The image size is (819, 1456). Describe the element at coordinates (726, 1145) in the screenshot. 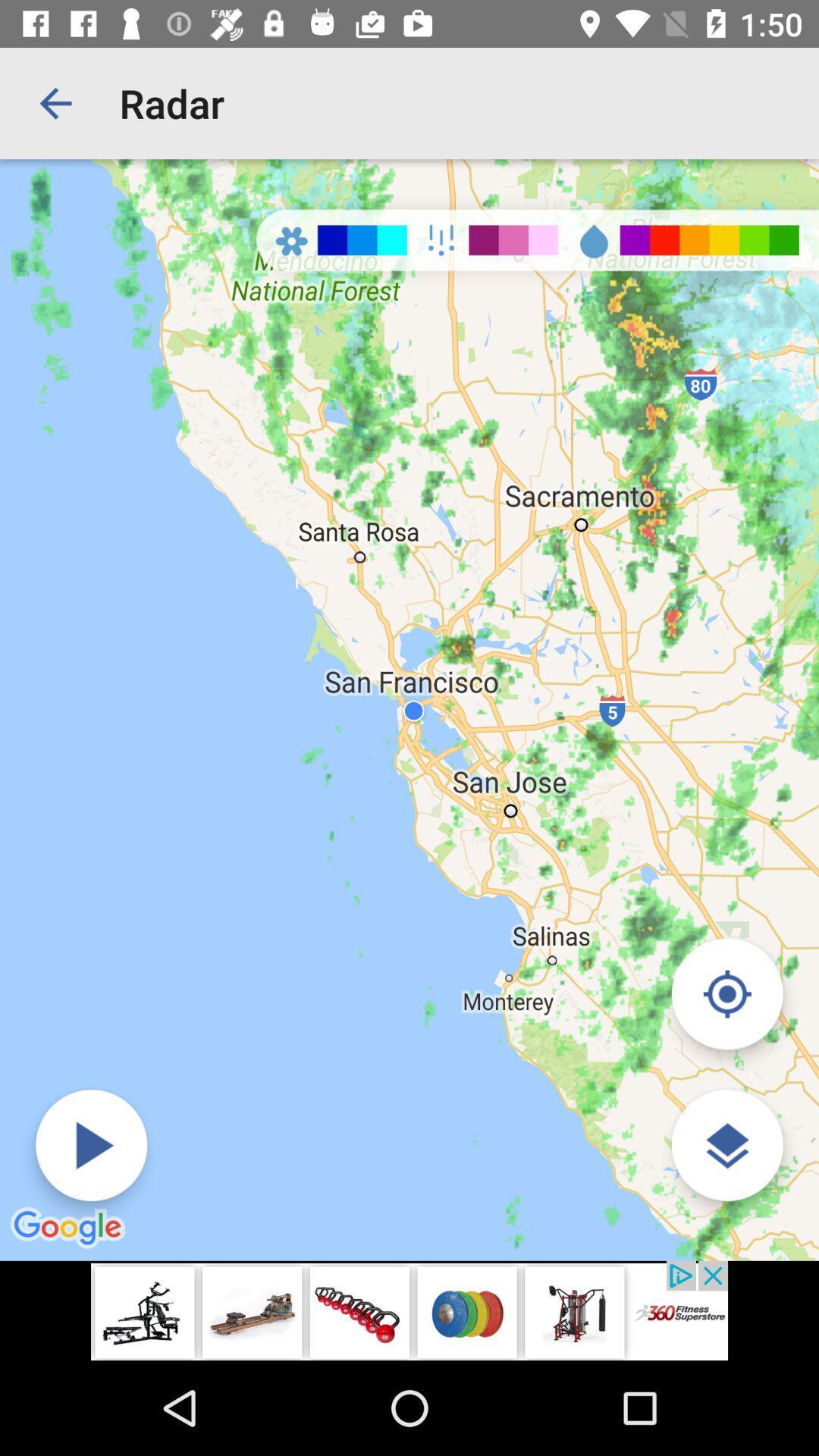

I see `map options` at that location.